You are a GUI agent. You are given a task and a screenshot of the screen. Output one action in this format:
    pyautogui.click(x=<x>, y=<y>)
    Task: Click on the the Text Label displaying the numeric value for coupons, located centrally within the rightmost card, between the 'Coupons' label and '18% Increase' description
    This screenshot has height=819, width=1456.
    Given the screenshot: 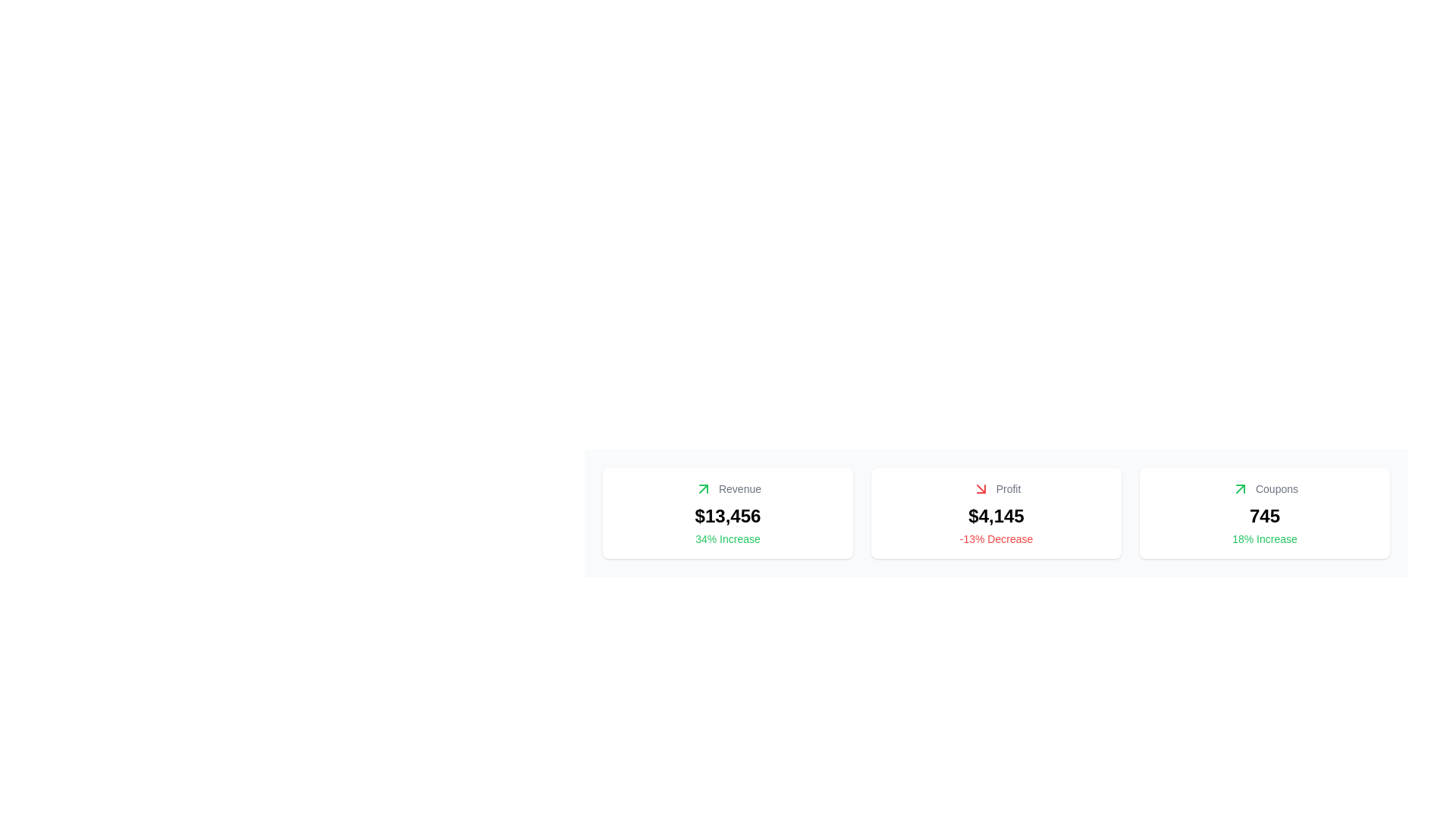 What is the action you would take?
    pyautogui.click(x=1264, y=516)
    